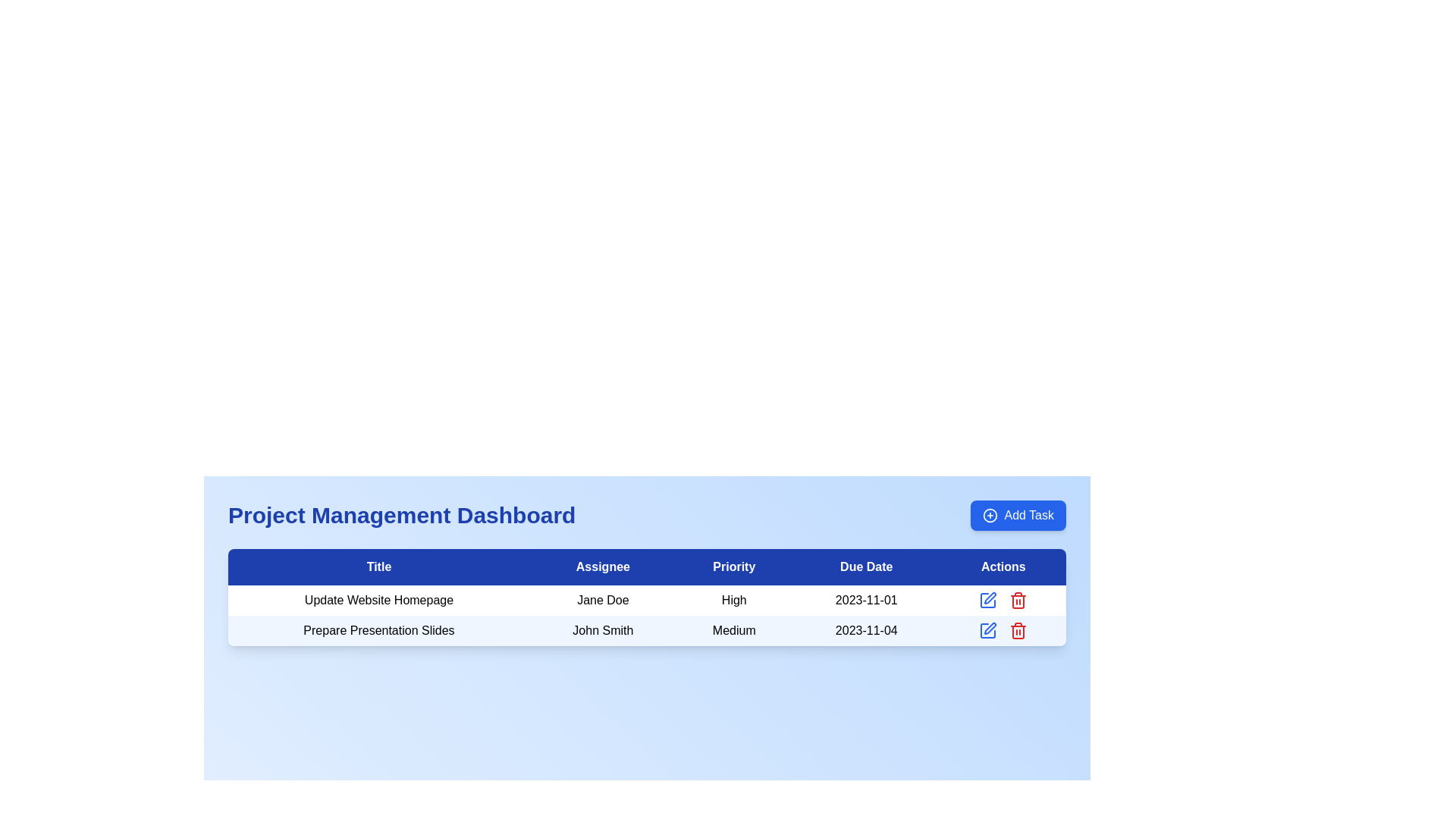 This screenshot has height=819, width=1456. What do you see at coordinates (402, 514) in the screenshot?
I see `the 'Project Management Dashboard' text header for accessibility tools` at bounding box center [402, 514].